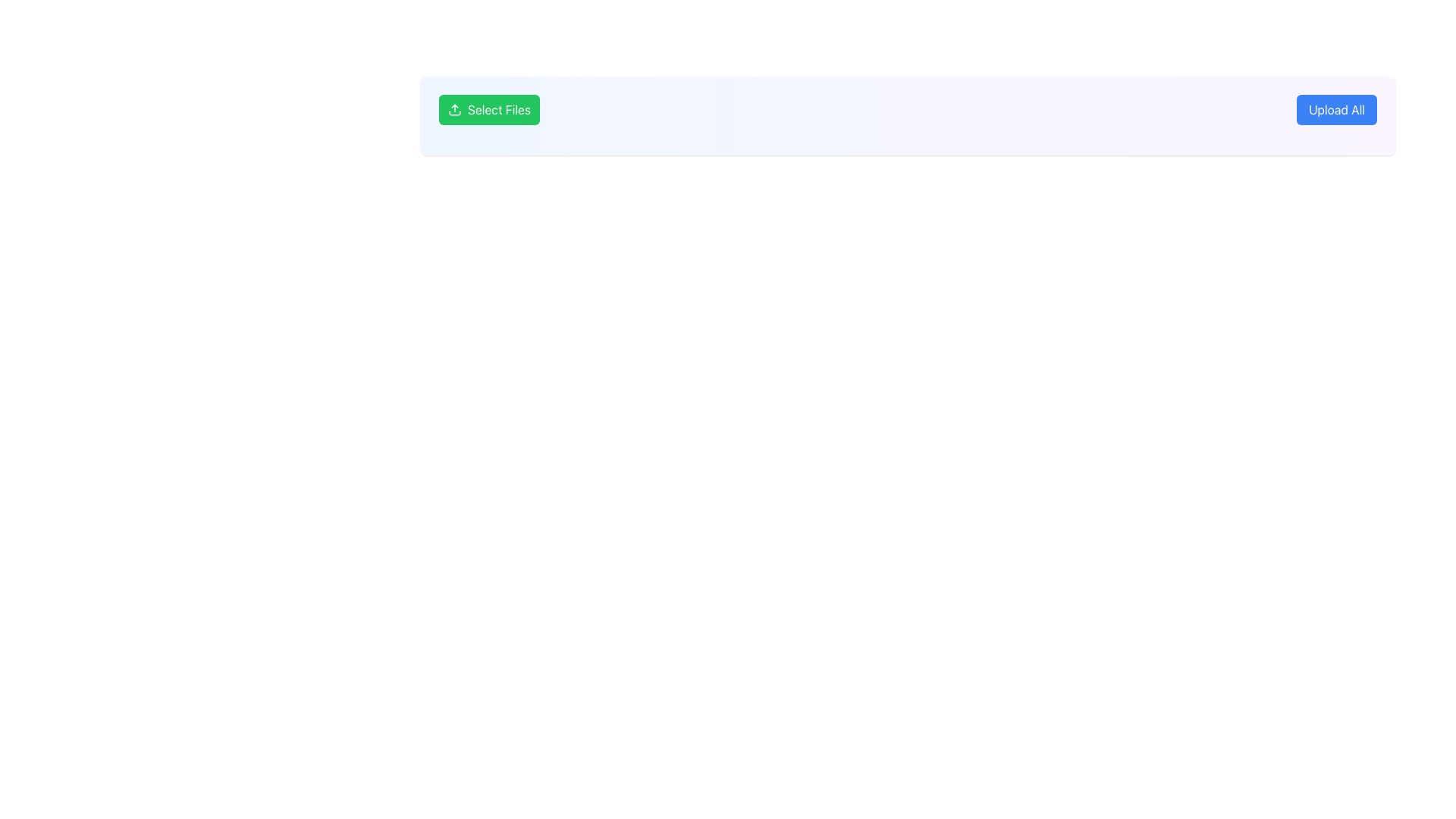 The image size is (1456, 819). Describe the element at coordinates (454, 109) in the screenshot. I see `the SVG icon resembling an upload symbol` at that location.